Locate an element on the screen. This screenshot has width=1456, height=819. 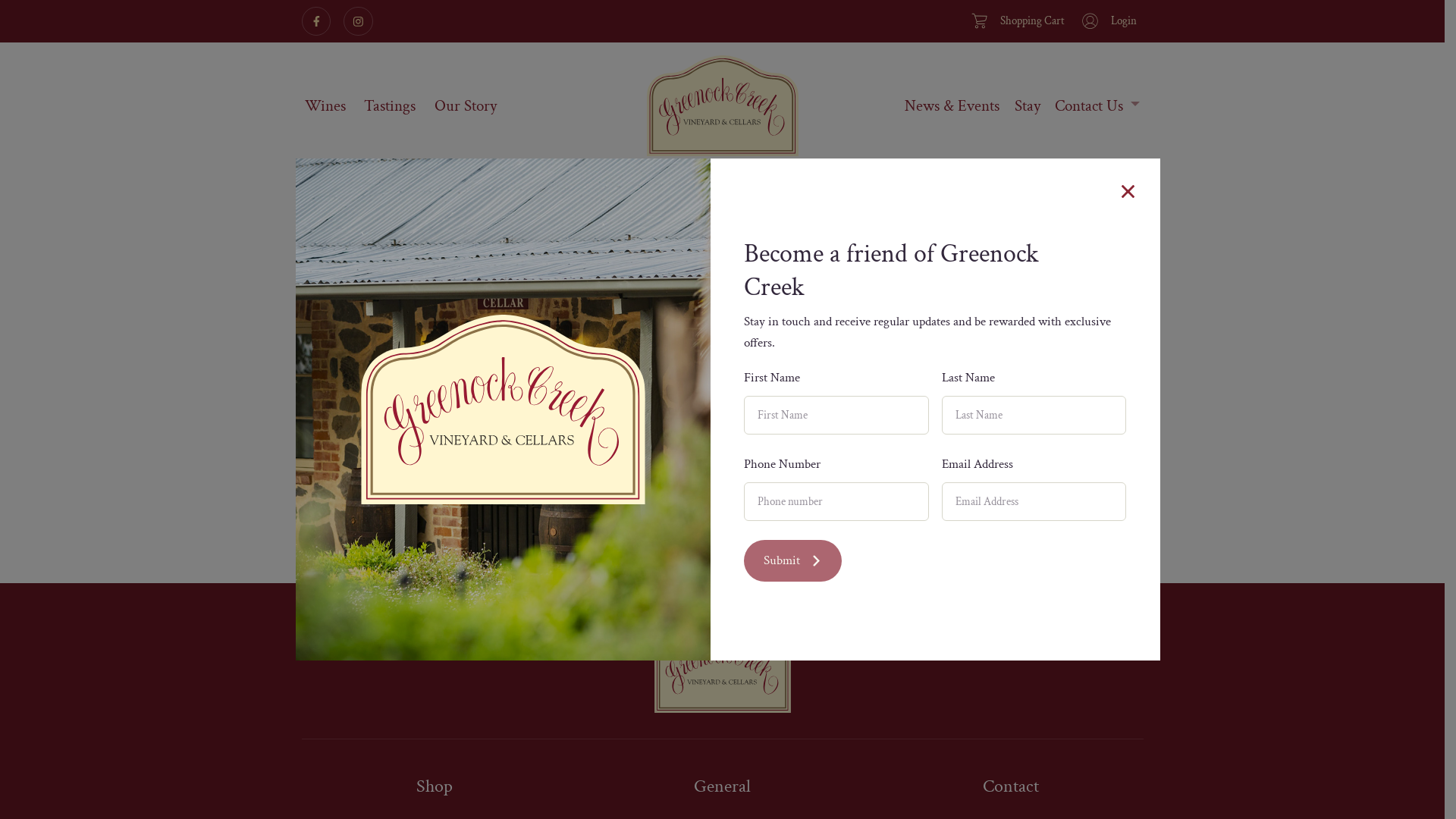
'Shopping Cart' is located at coordinates (1015, 20).